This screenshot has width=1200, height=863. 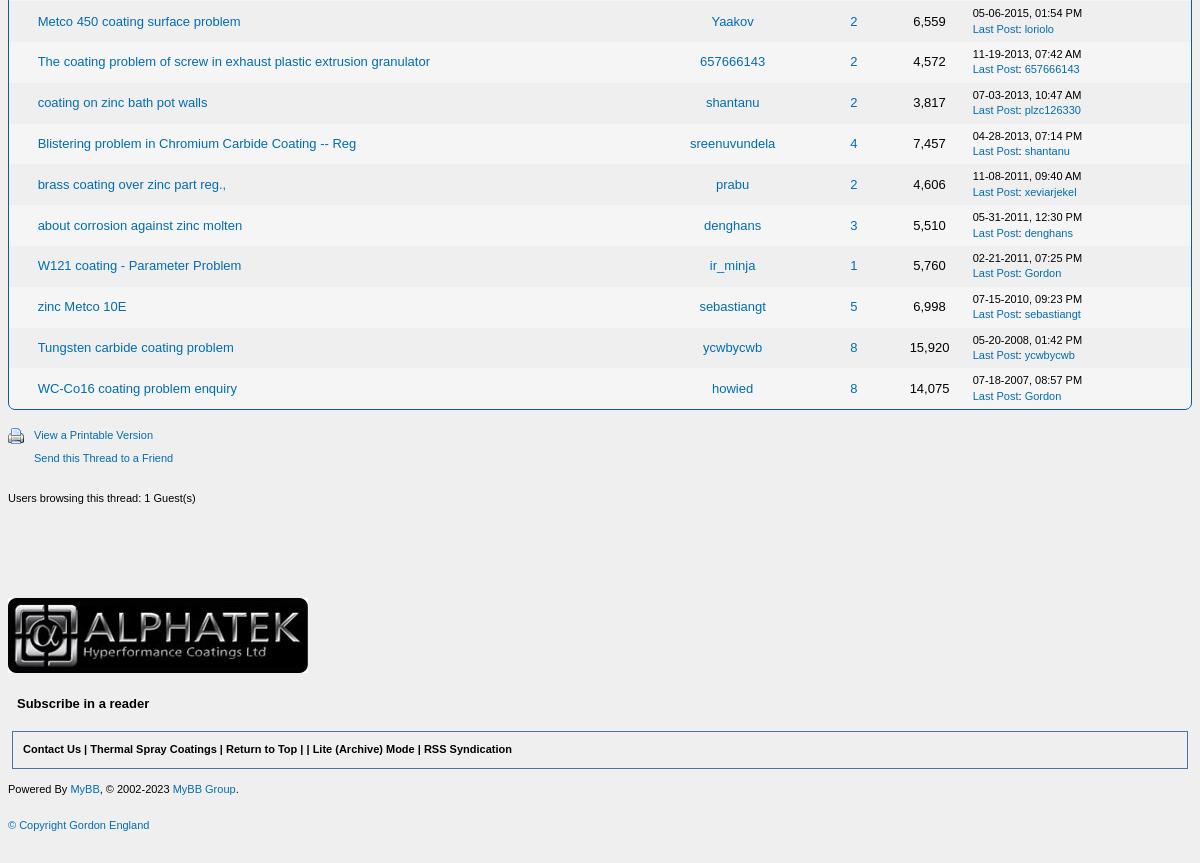 What do you see at coordinates (466, 748) in the screenshot?
I see `'RSS Syndication'` at bounding box center [466, 748].